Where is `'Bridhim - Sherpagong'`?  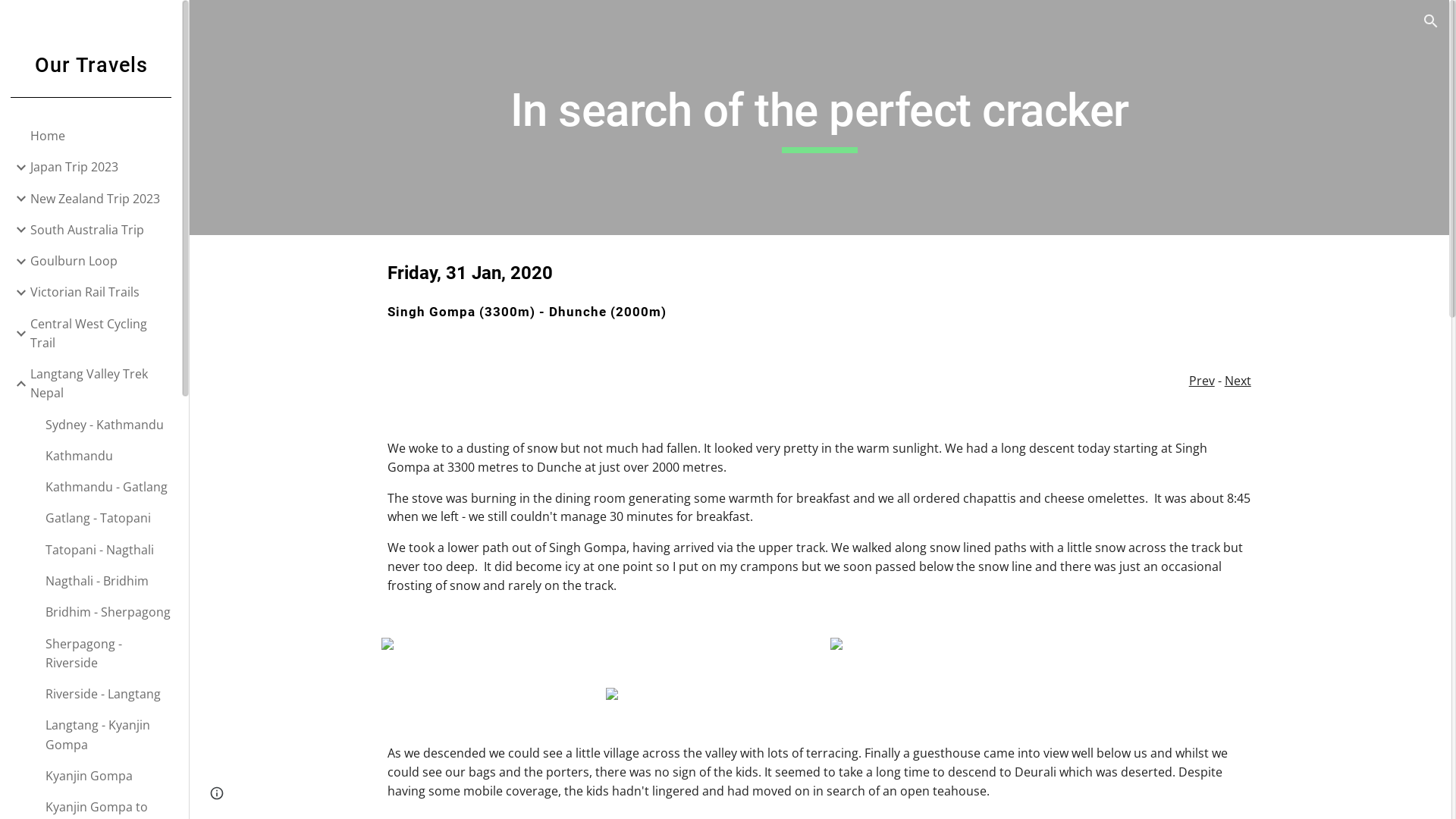 'Bridhim - Sherpagong' is located at coordinates (107, 611).